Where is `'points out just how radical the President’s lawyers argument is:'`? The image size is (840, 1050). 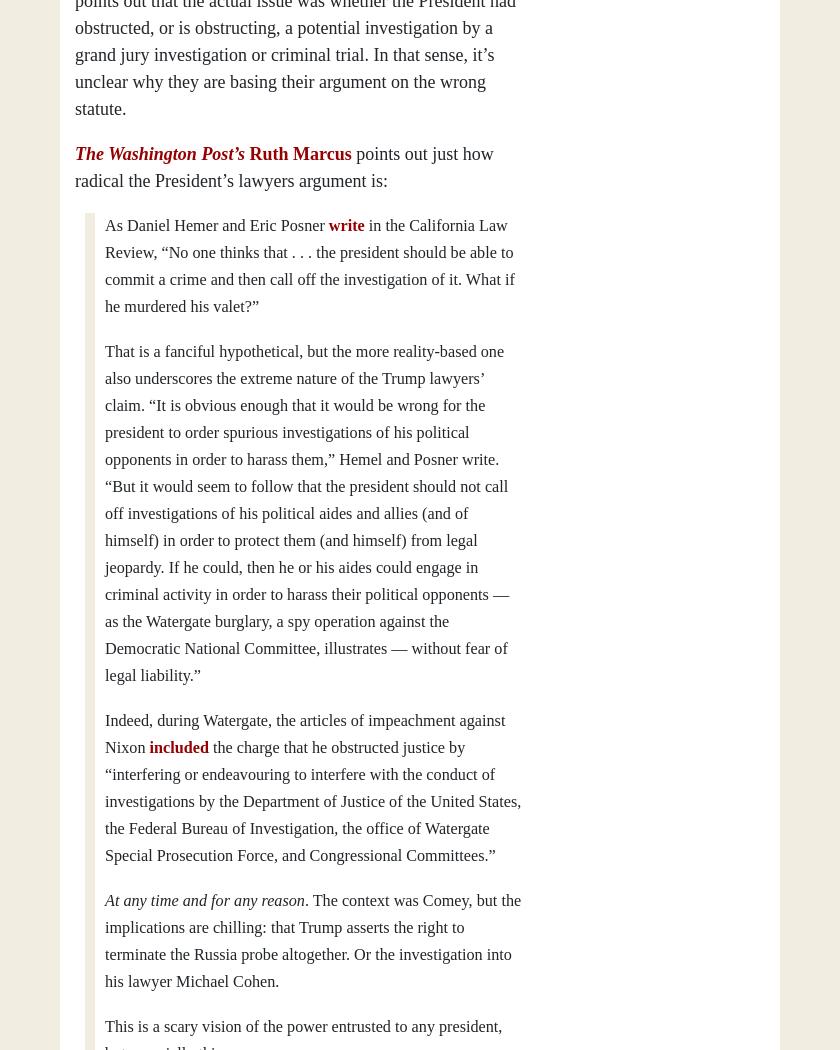 'points out just how radical the President’s lawyers argument is:' is located at coordinates (284, 167).